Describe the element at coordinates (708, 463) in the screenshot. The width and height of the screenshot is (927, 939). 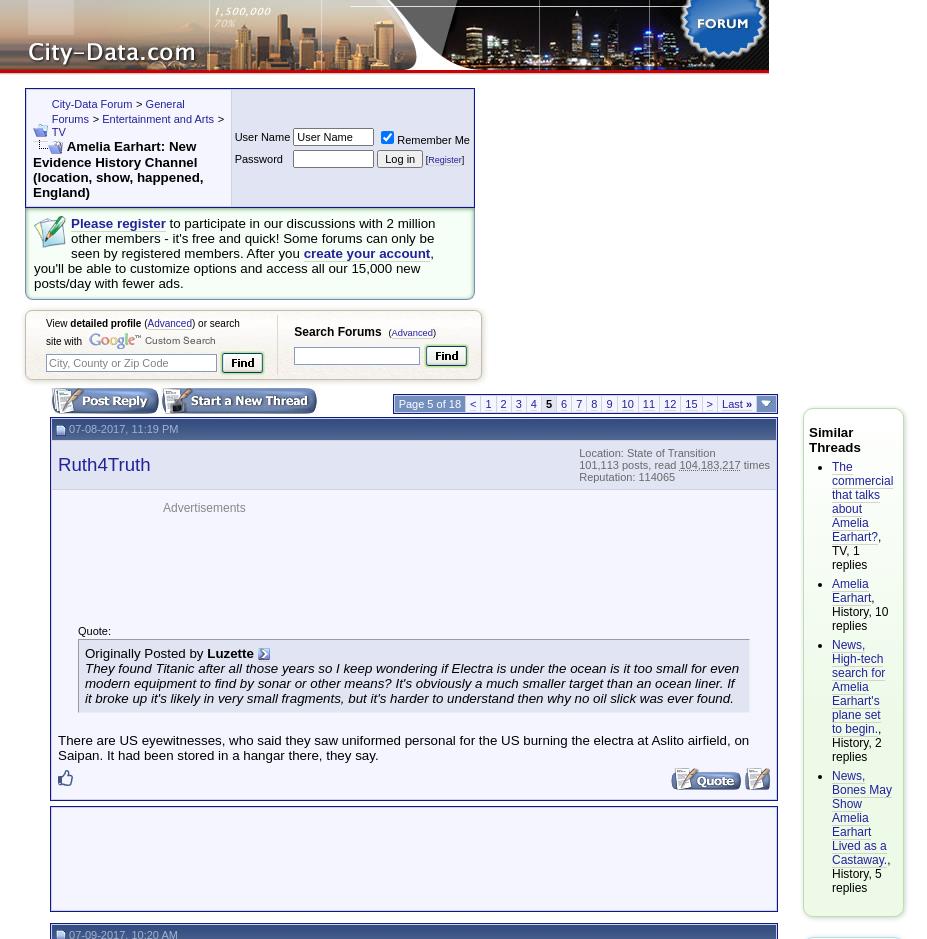
I see `'104,183,217'` at that location.